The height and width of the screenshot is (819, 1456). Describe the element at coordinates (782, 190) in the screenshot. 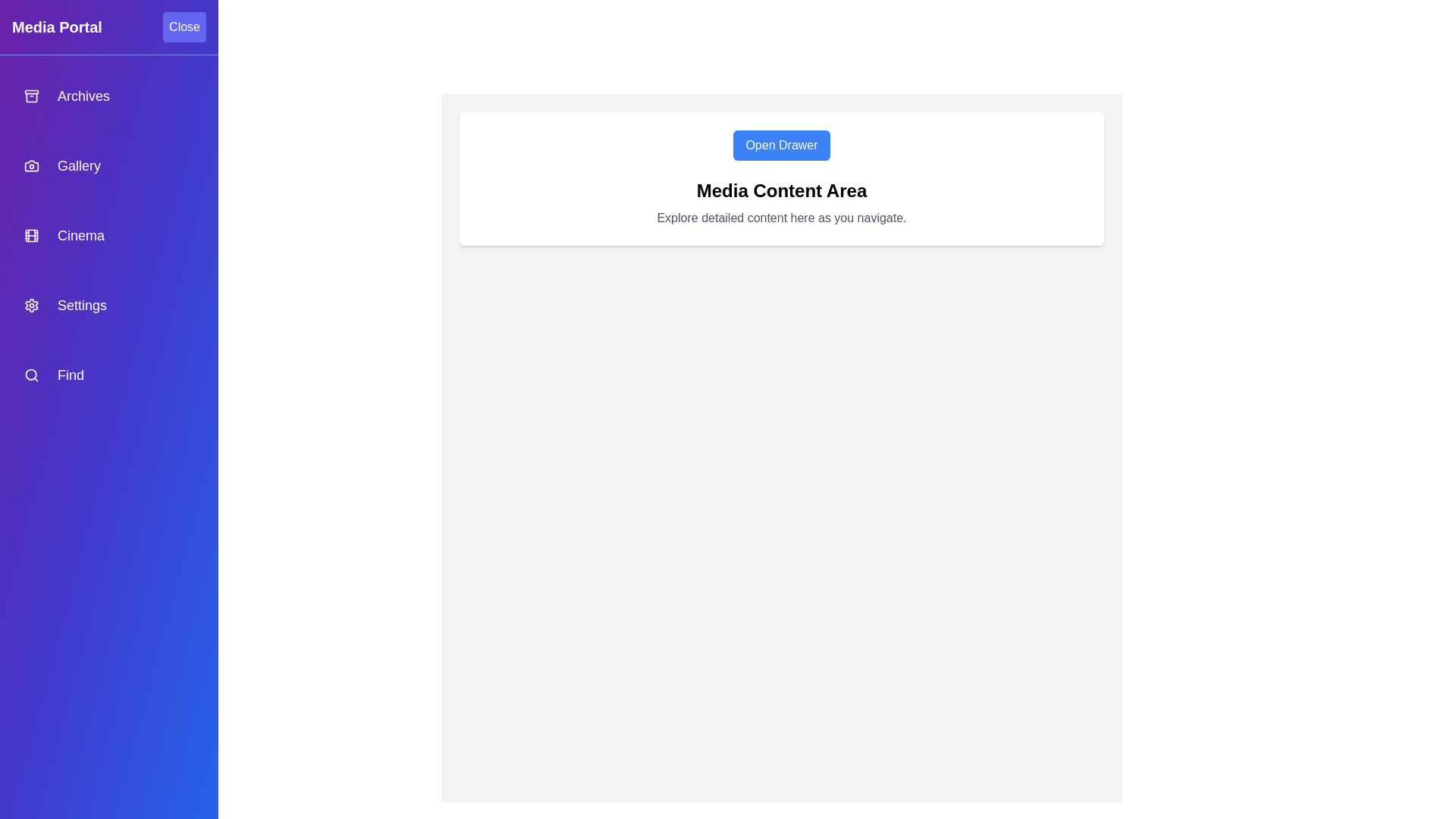

I see `the 'Media Content Area' text to read its content` at that location.